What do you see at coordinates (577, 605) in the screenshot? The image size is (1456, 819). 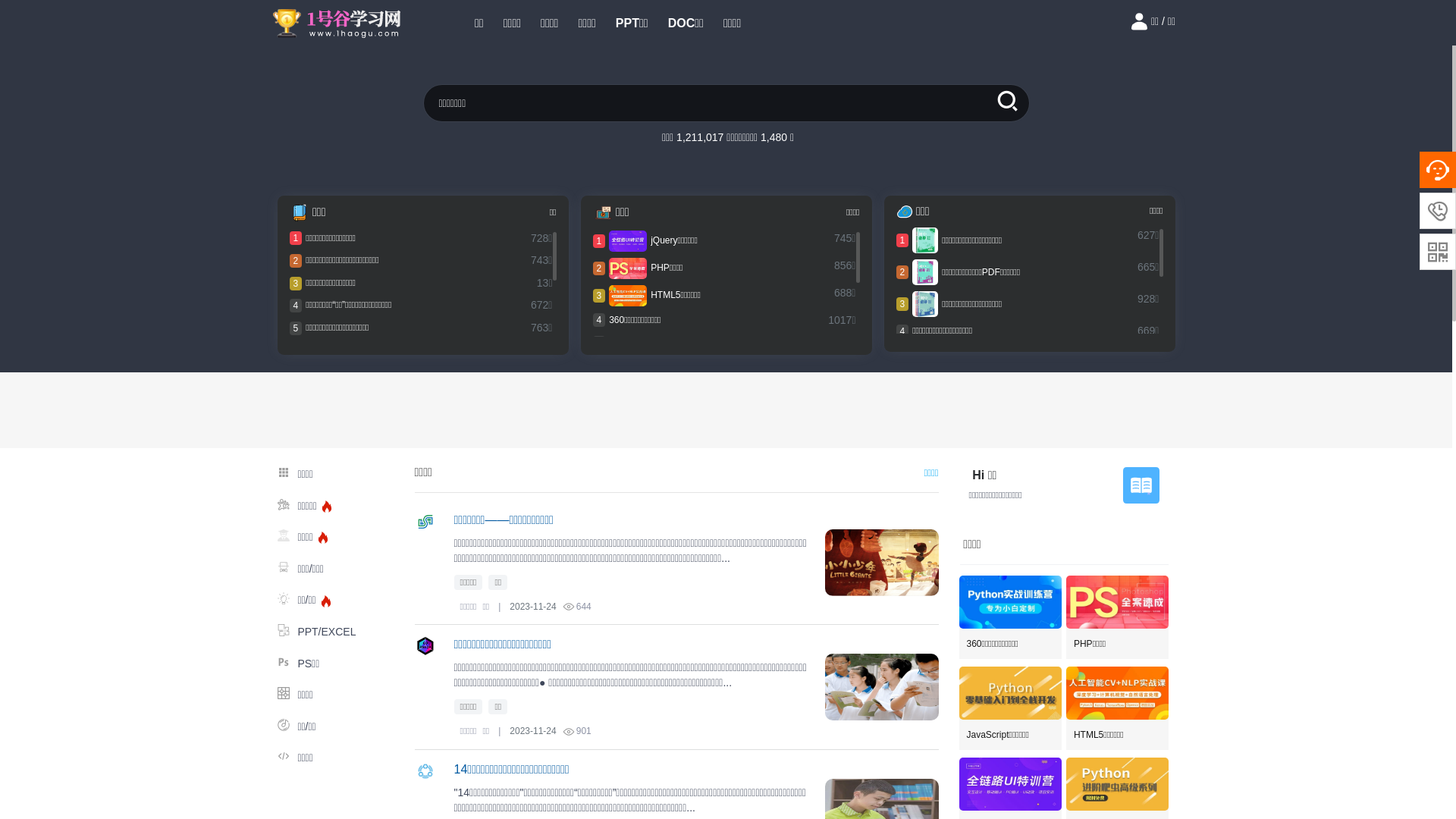 I see `'644'` at bounding box center [577, 605].